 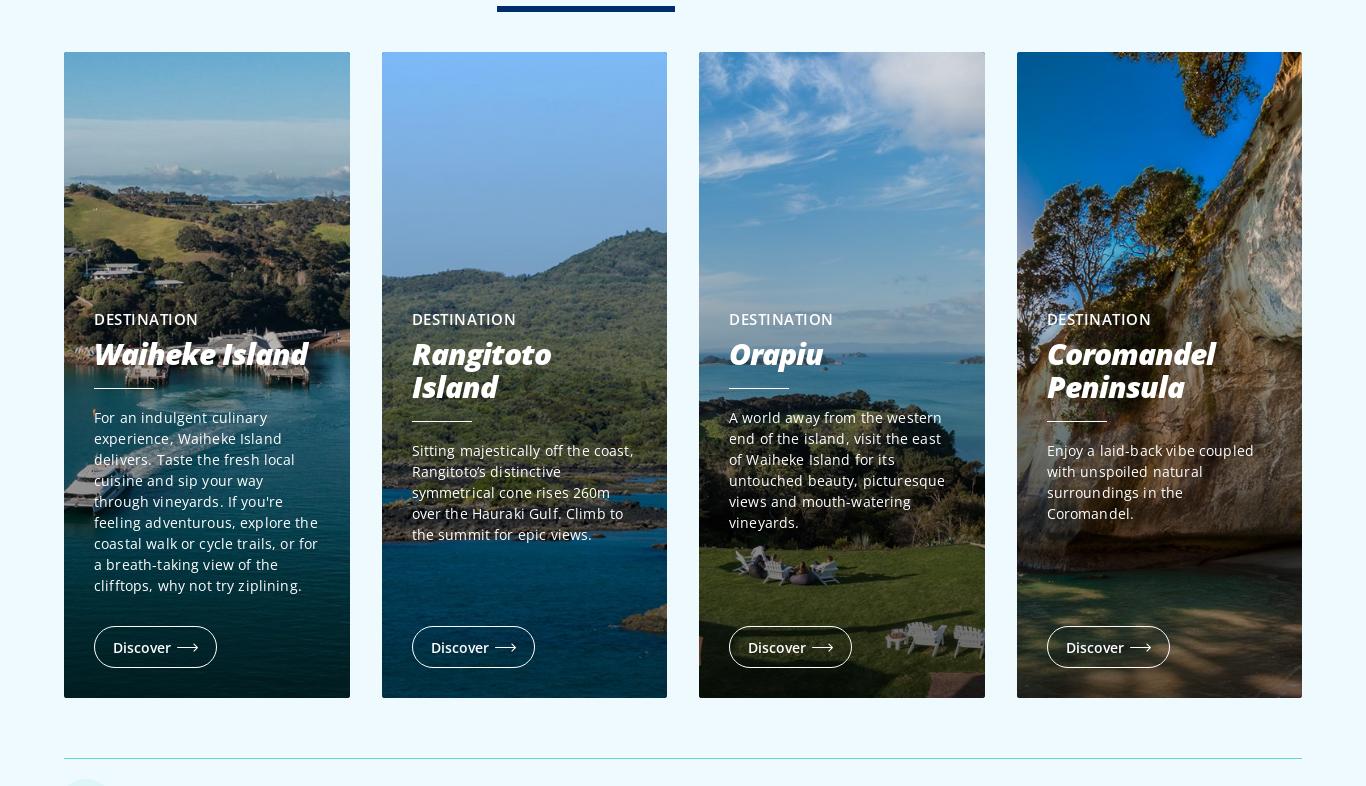 I want to click on 'Orapiu', so click(x=776, y=353).